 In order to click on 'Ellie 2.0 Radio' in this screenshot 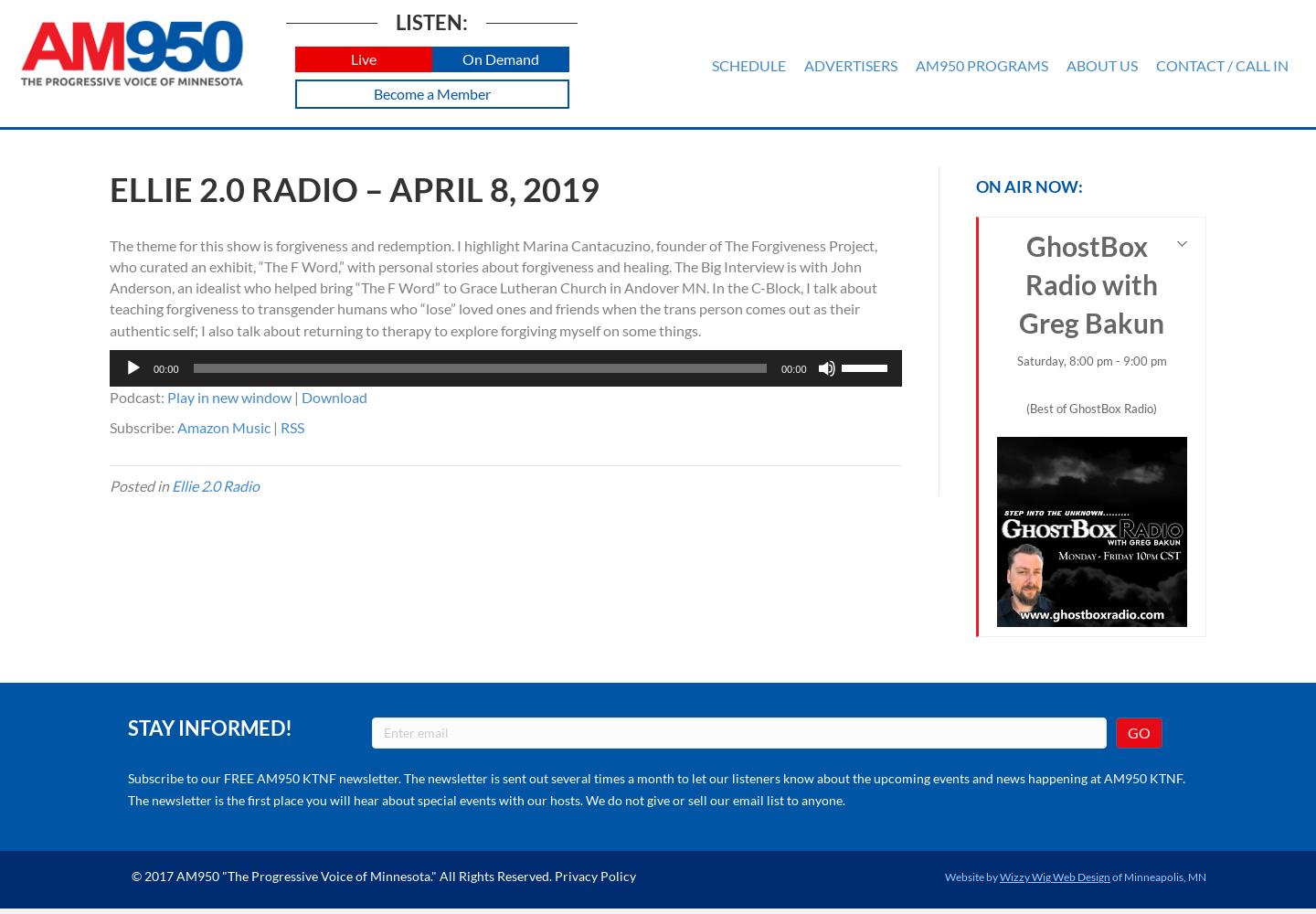, I will do `click(216, 485)`.